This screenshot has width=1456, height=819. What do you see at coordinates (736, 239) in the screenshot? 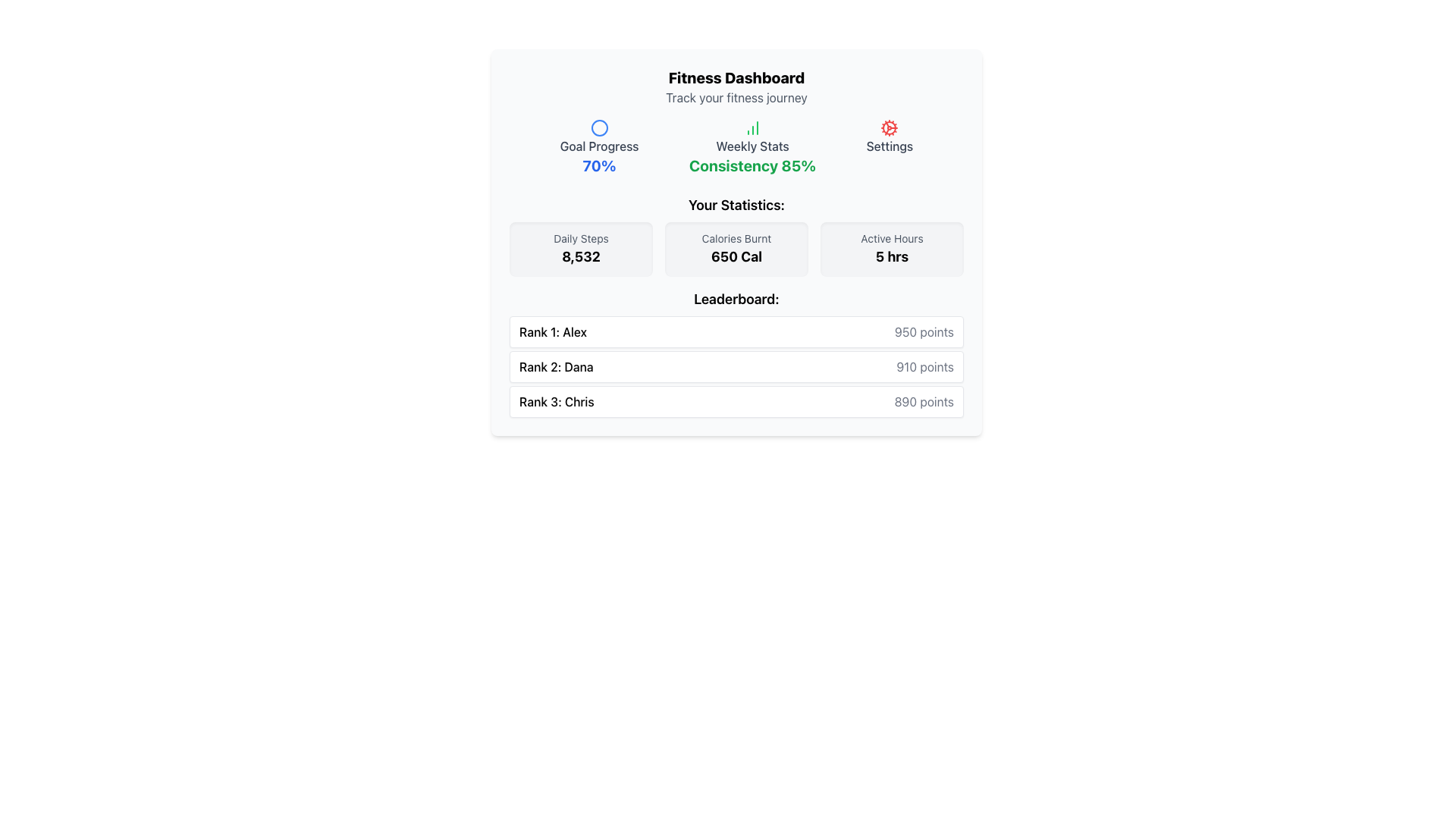
I see `the Static Text Label displaying 'Calories Burnt', which is positioned above the bold text '650 Cal' within its light-gray card` at bounding box center [736, 239].